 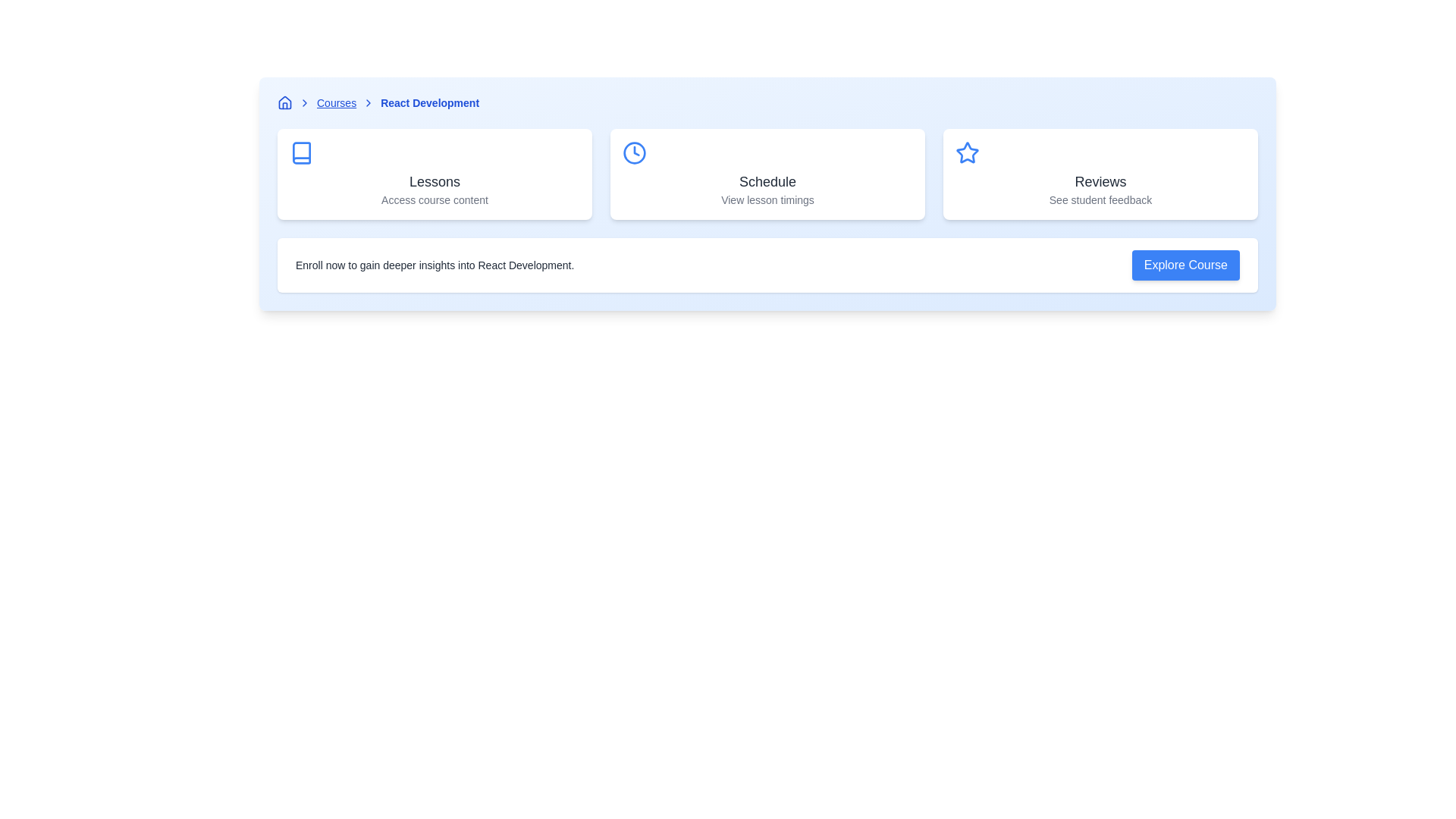 What do you see at coordinates (767, 199) in the screenshot?
I see `descriptive text located beneath the main title 'Schedule' in the 'Schedule' section, which hints at the content or features accessible via this section` at bounding box center [767, 199].